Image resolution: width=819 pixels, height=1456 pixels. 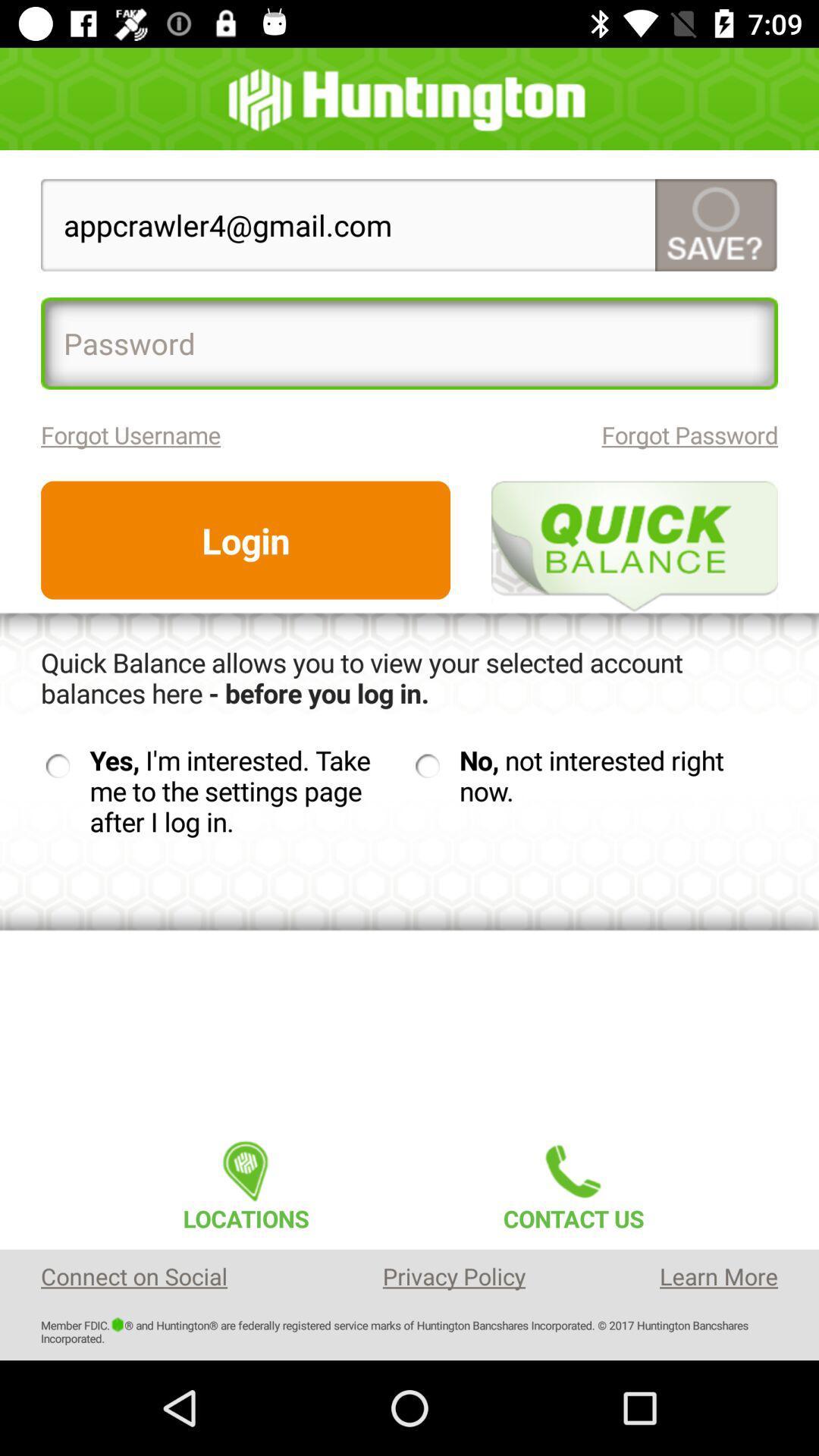 What do you see at coordinates (245, 540) in the screenshot?
I see `the item below the forgot username item` at bounding box center [245, 540].